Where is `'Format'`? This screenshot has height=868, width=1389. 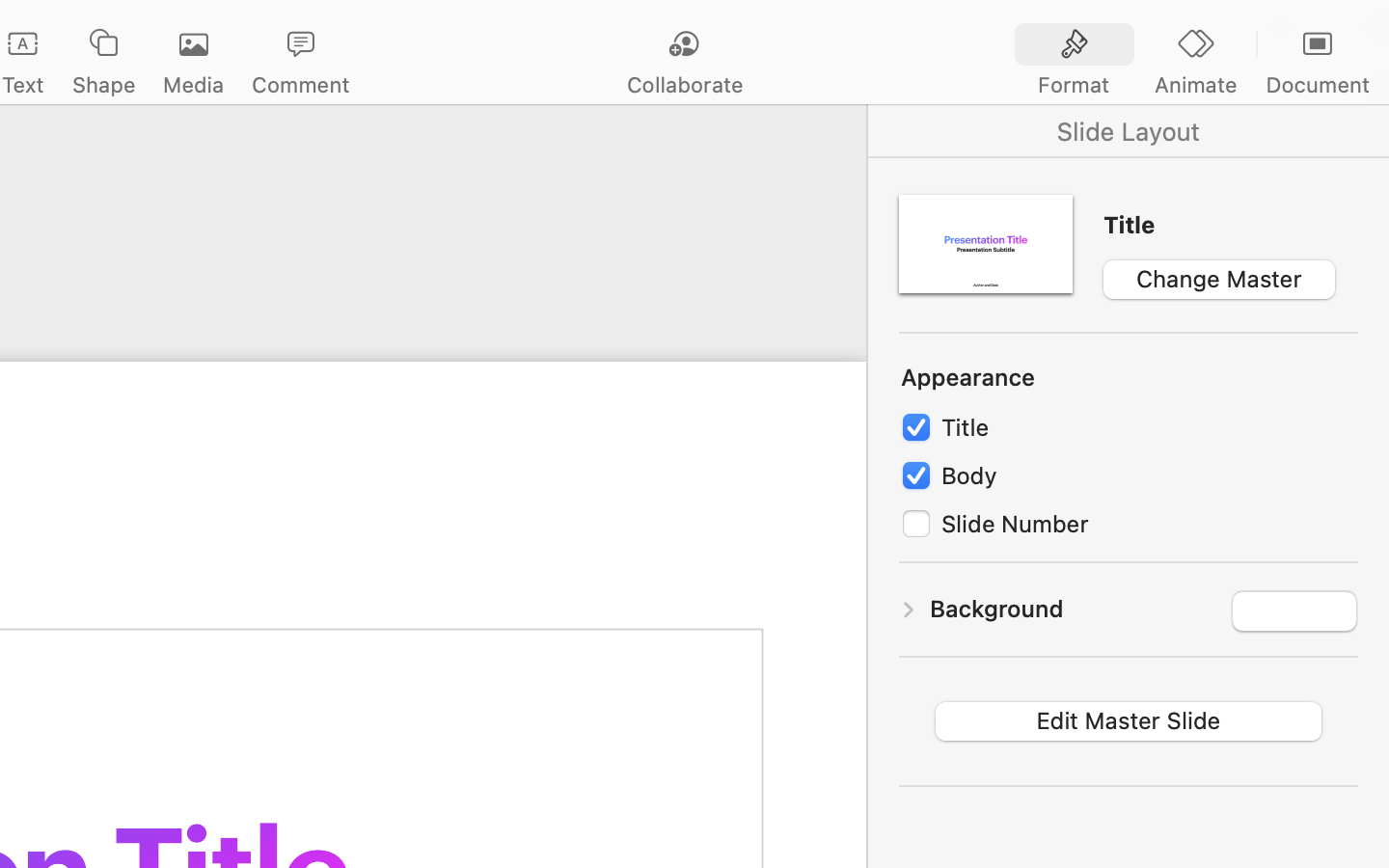 'Format' is located at coordinates (1072, 84).